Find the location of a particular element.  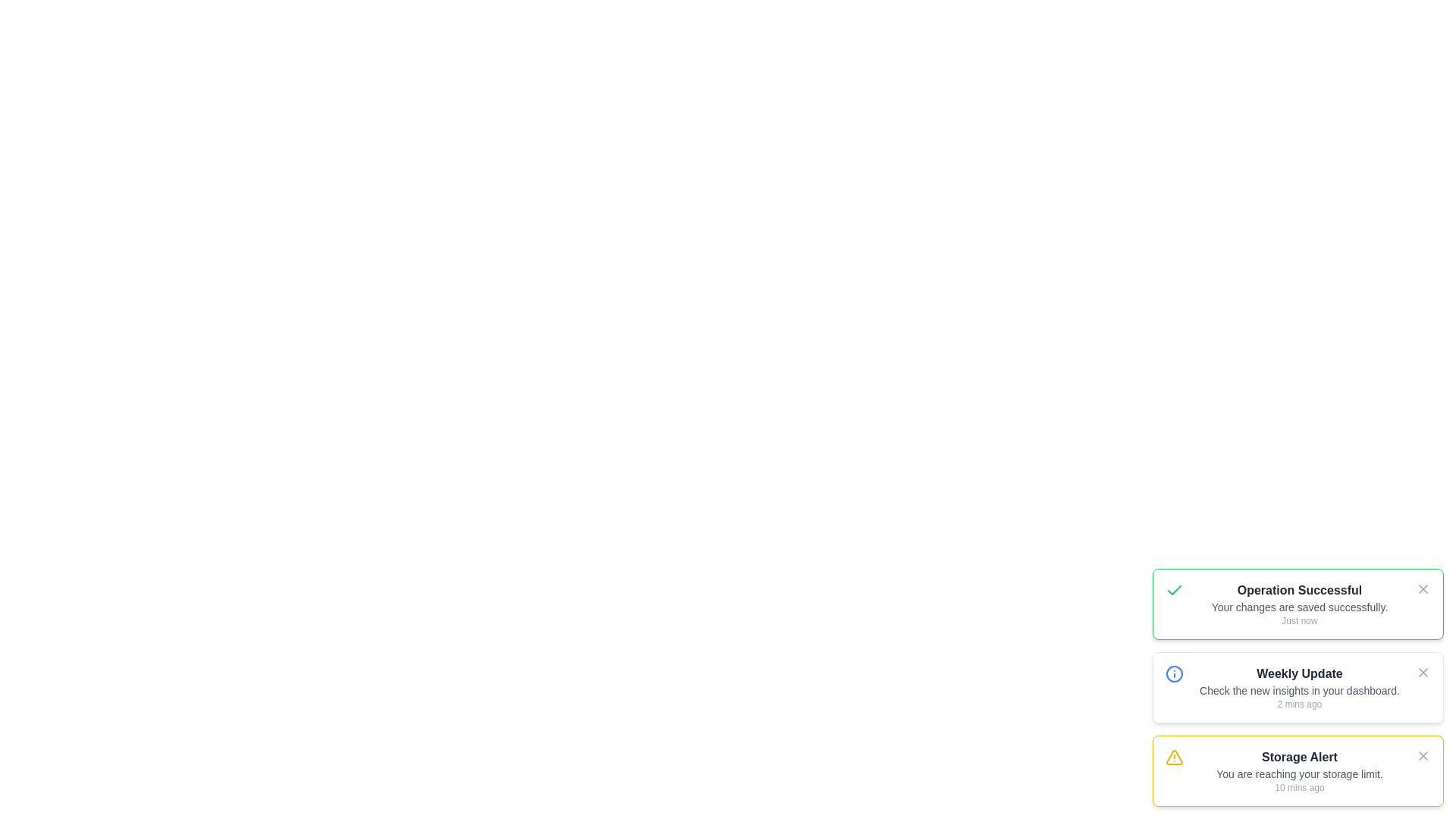

the close button is located at coordinates (1422, 588).